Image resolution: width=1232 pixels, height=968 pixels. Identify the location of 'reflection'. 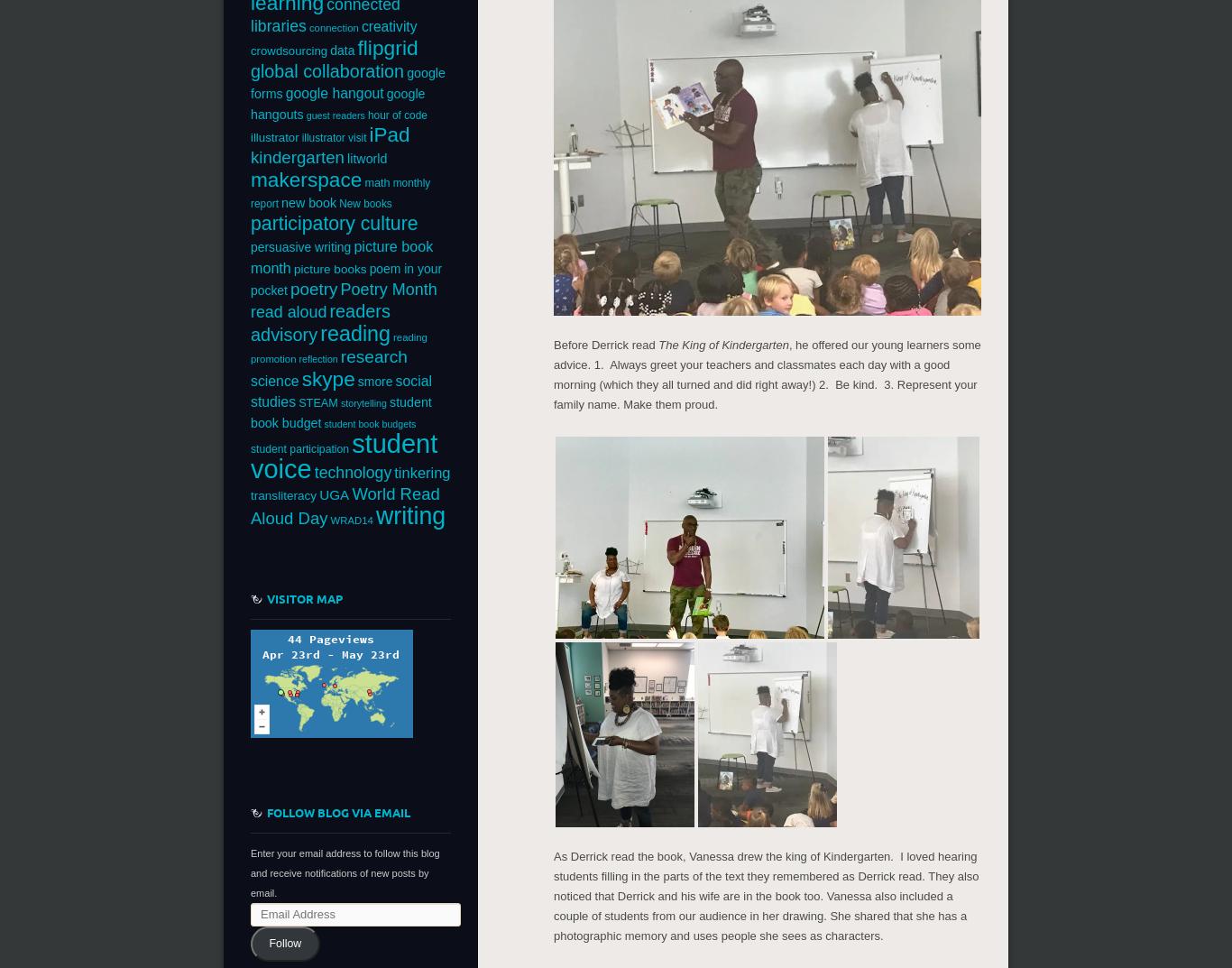
(317, 357).